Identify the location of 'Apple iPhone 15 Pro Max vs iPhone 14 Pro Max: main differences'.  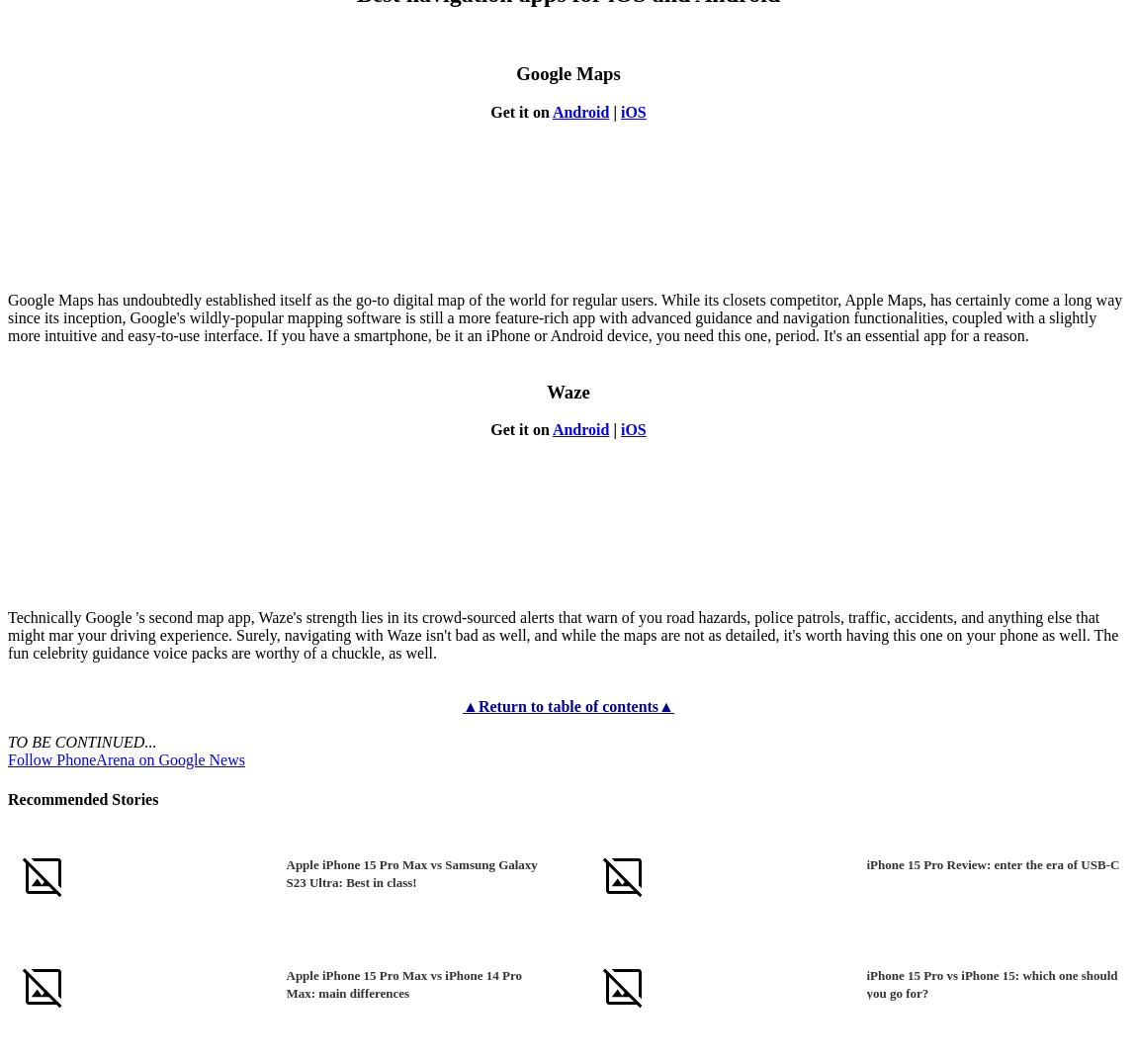
(403, 982).